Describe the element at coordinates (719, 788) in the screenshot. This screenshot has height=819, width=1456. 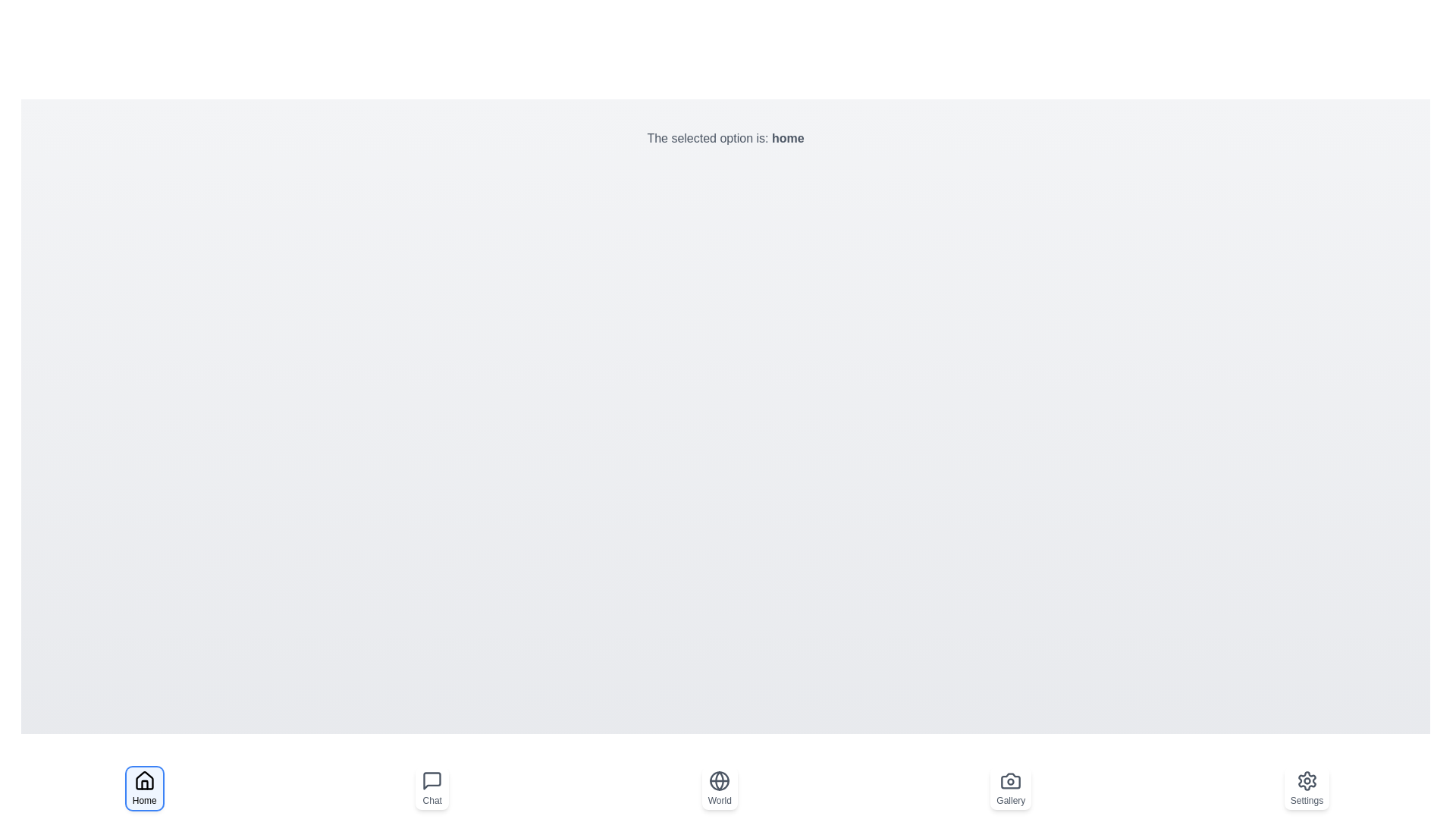
I see `the navigation option world to select it` at that location.